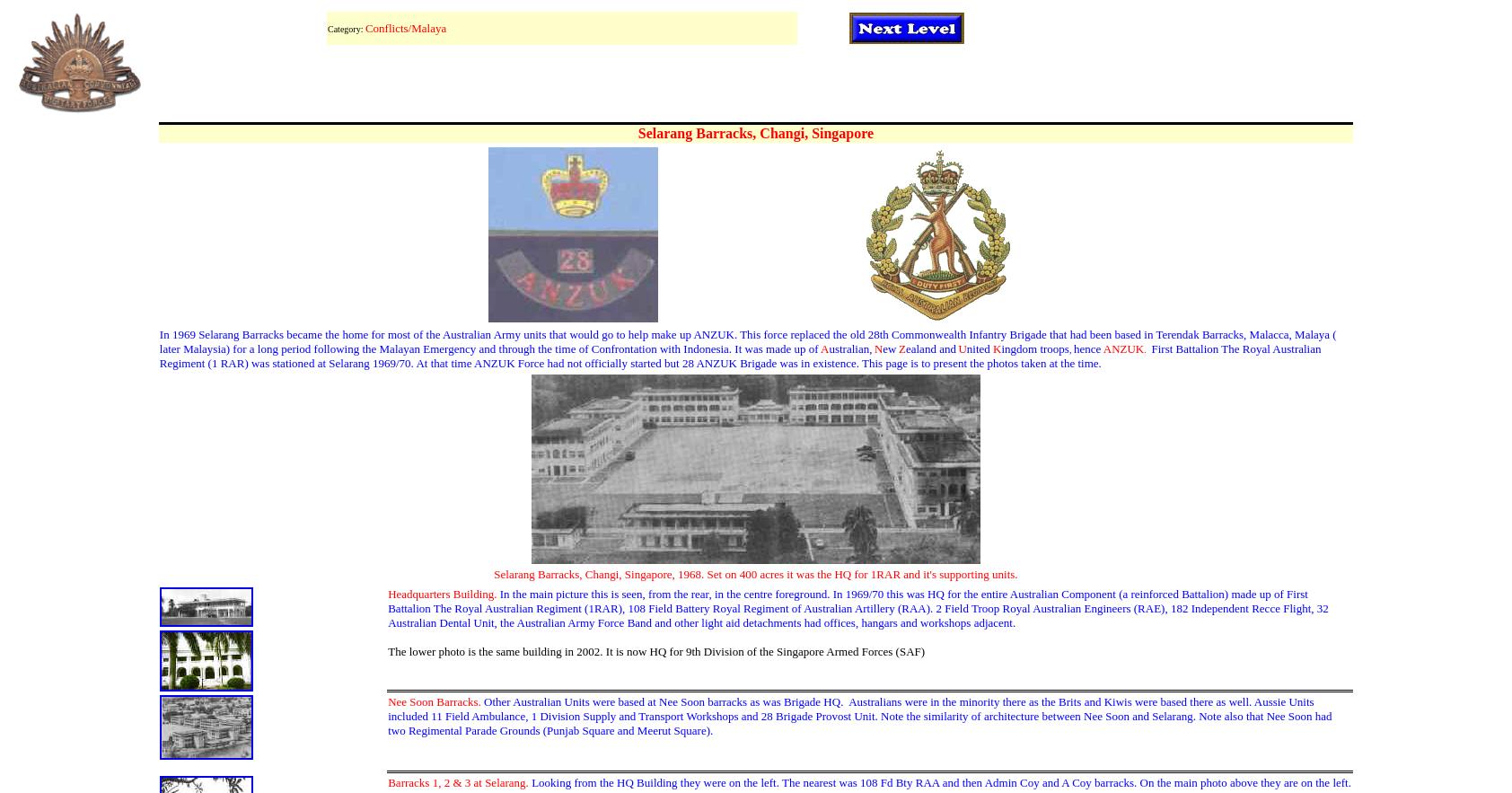 The width and height of the screenshot is (1512, 793). What do you see at coordinates (755, 133) in the screenshot?
I see `'Selarang Barracks, Changi,
        Singapore'` at bounding box center [755, 133].